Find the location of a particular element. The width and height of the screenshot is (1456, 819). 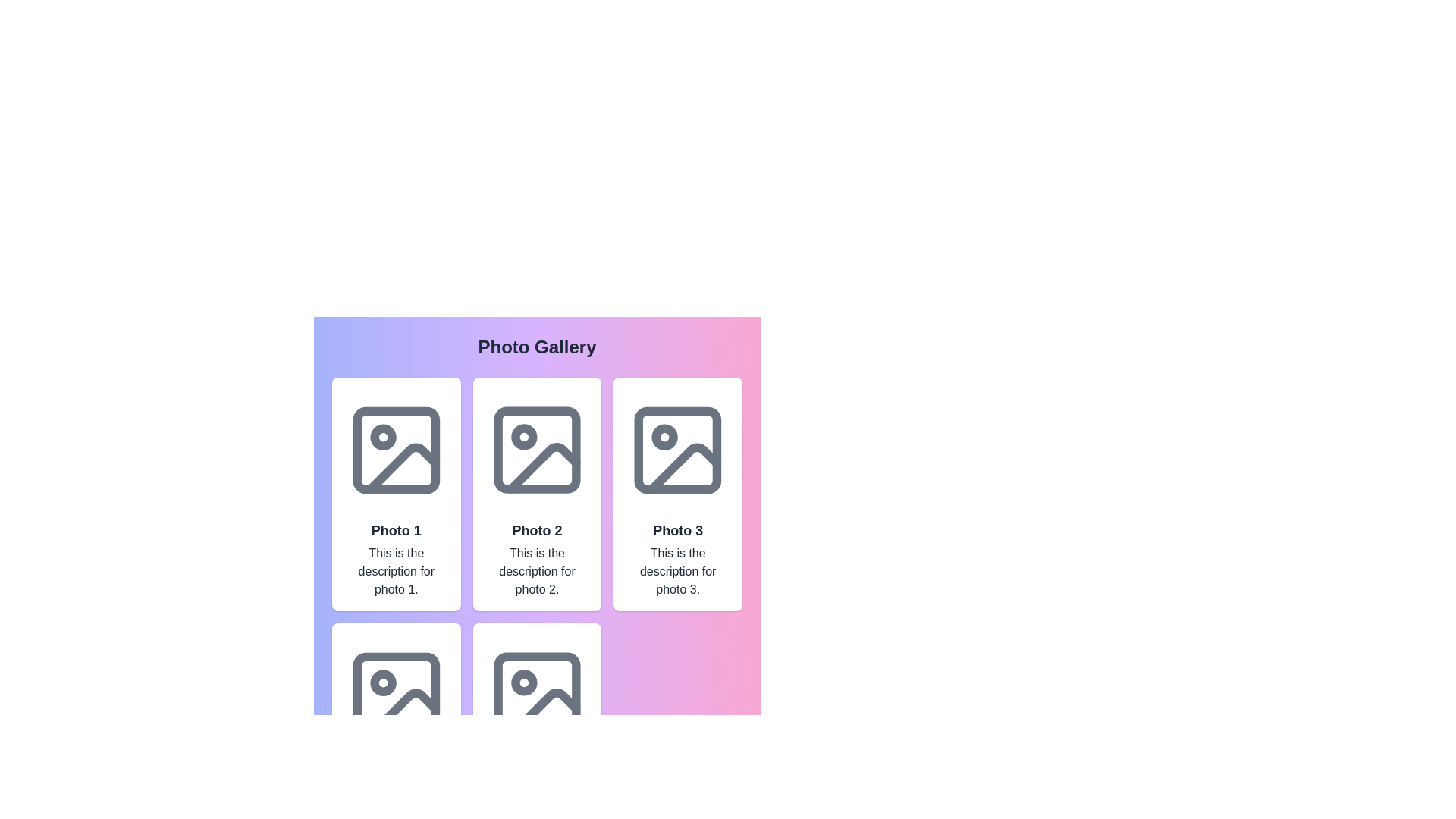

descriptive text label for 'Photo 1' located beneath the title text and above the main image icon is located at coordinates (396, 571).